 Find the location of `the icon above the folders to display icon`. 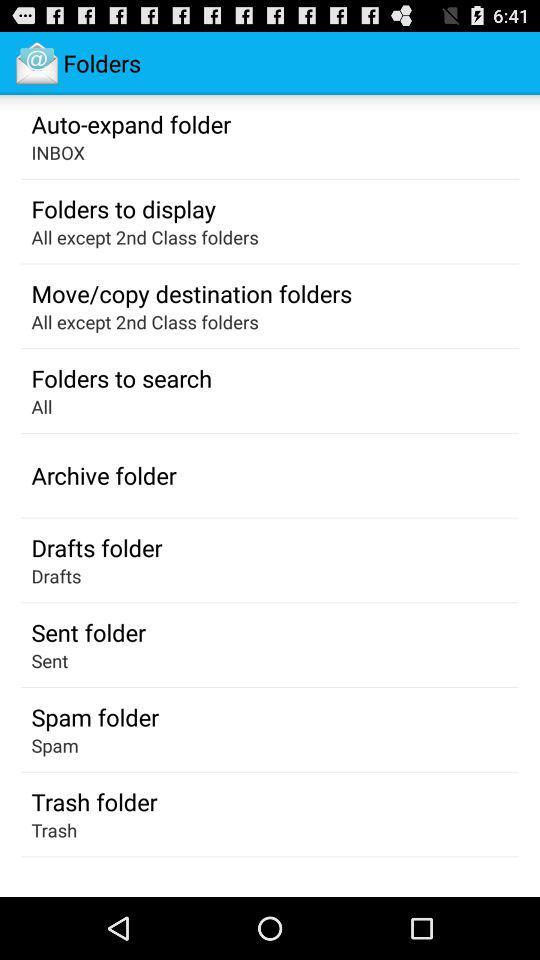

the icon above the folders to display icon is located at coordinates (58, 151).